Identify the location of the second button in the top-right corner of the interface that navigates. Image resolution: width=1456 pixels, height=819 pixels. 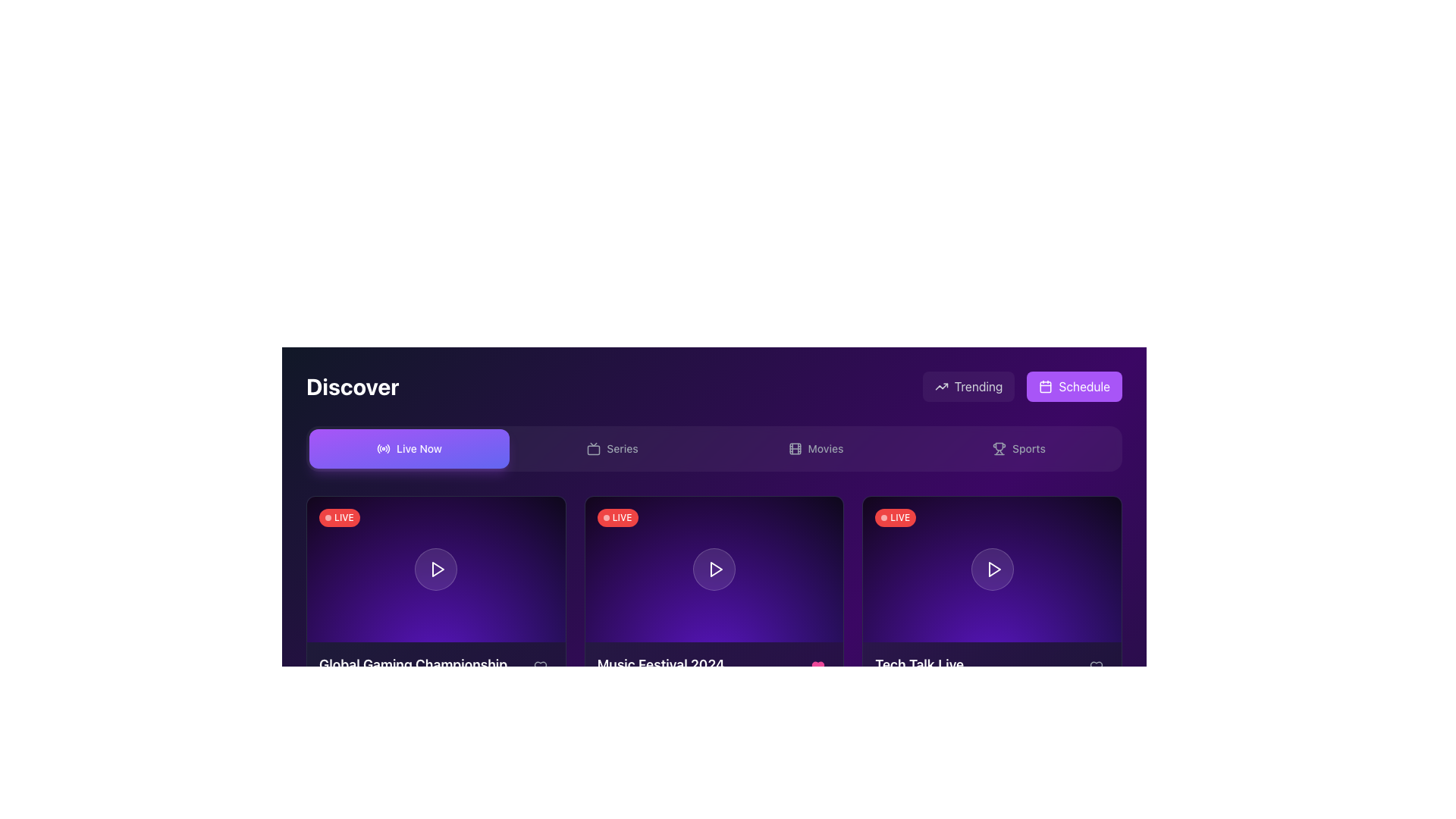
(1073, 385).